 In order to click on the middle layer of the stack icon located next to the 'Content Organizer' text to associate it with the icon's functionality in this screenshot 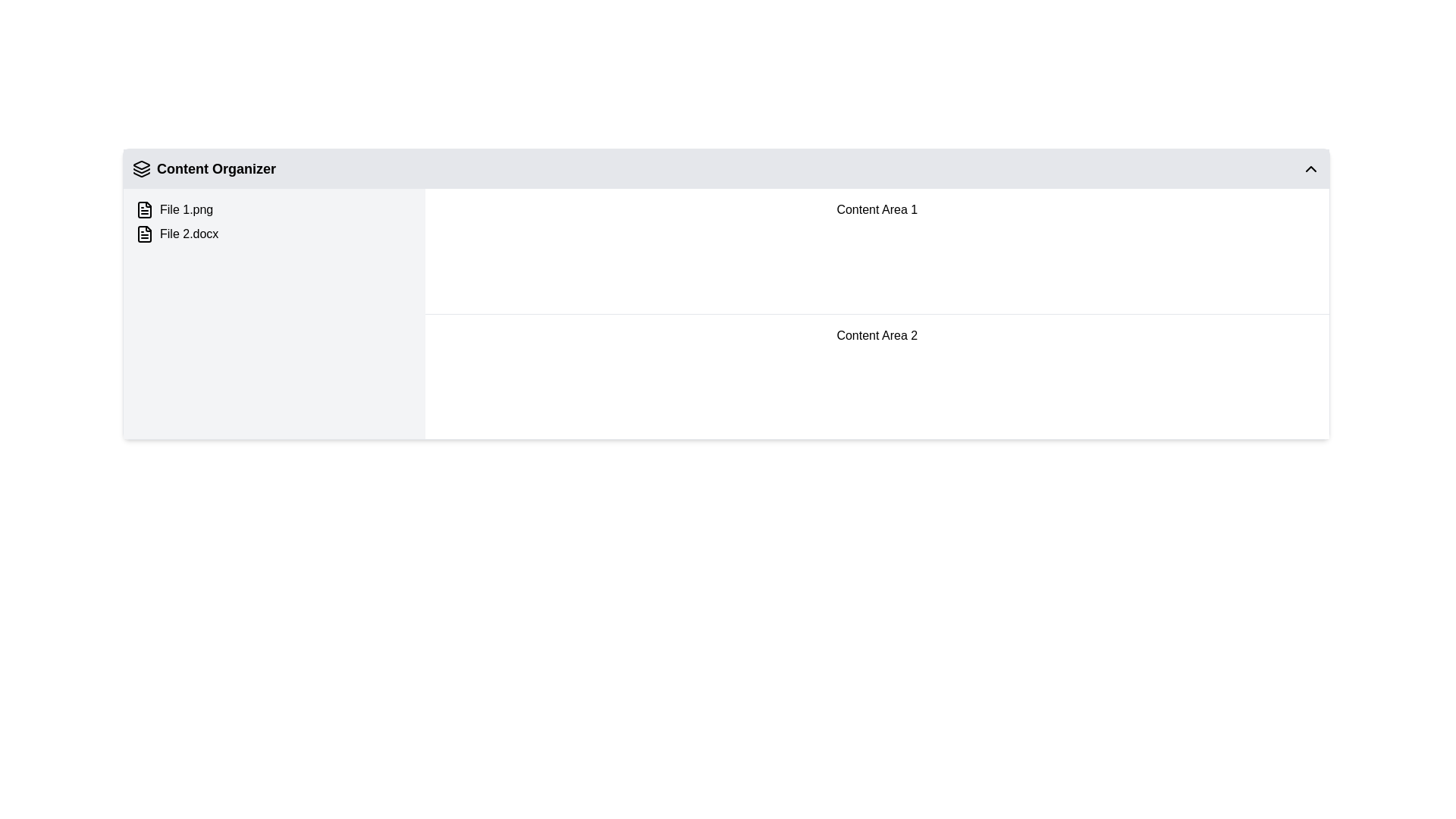, I will do `click(142, 171)`.